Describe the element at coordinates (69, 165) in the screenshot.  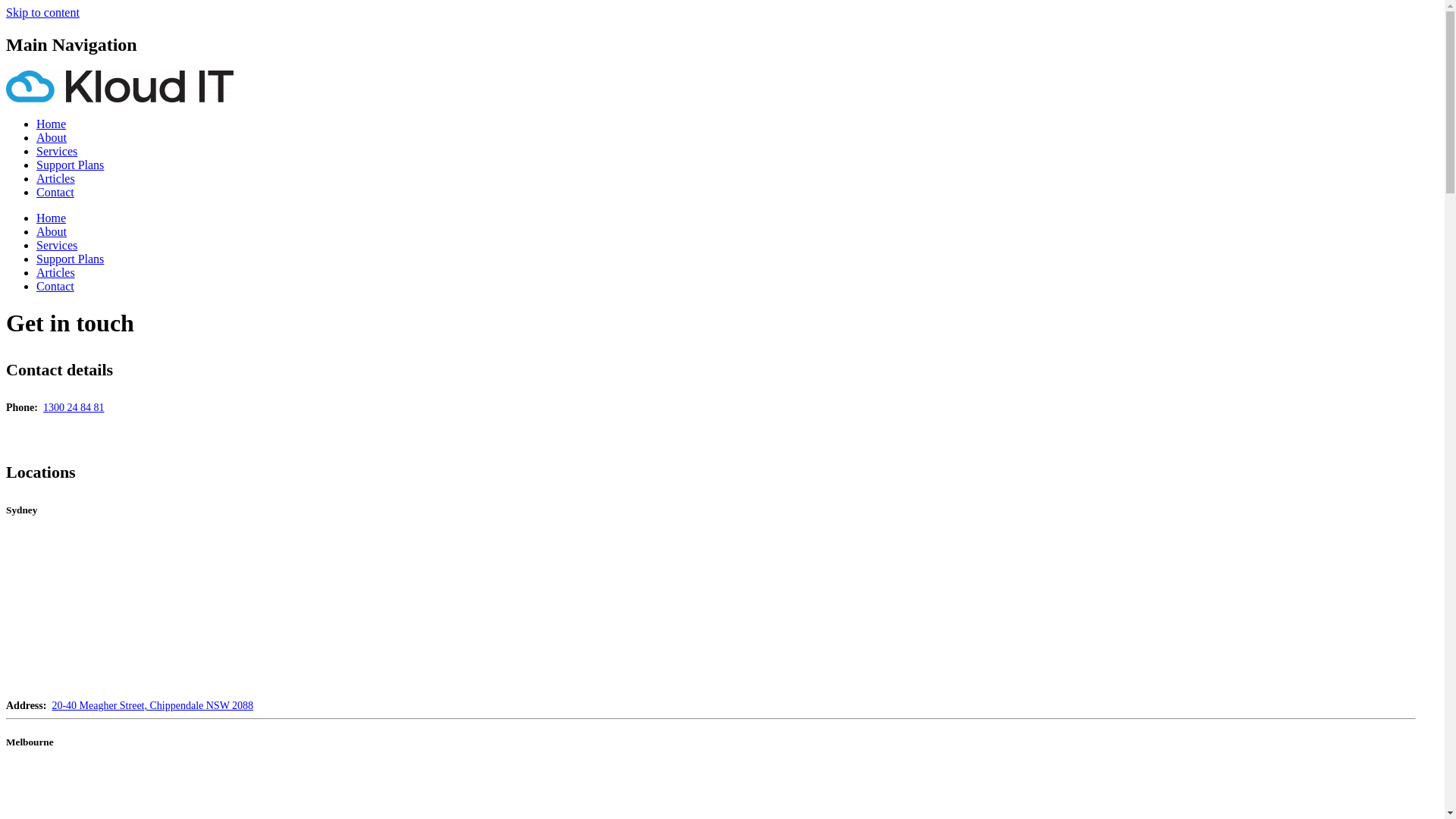
I see `'Support Plans'` at that location.